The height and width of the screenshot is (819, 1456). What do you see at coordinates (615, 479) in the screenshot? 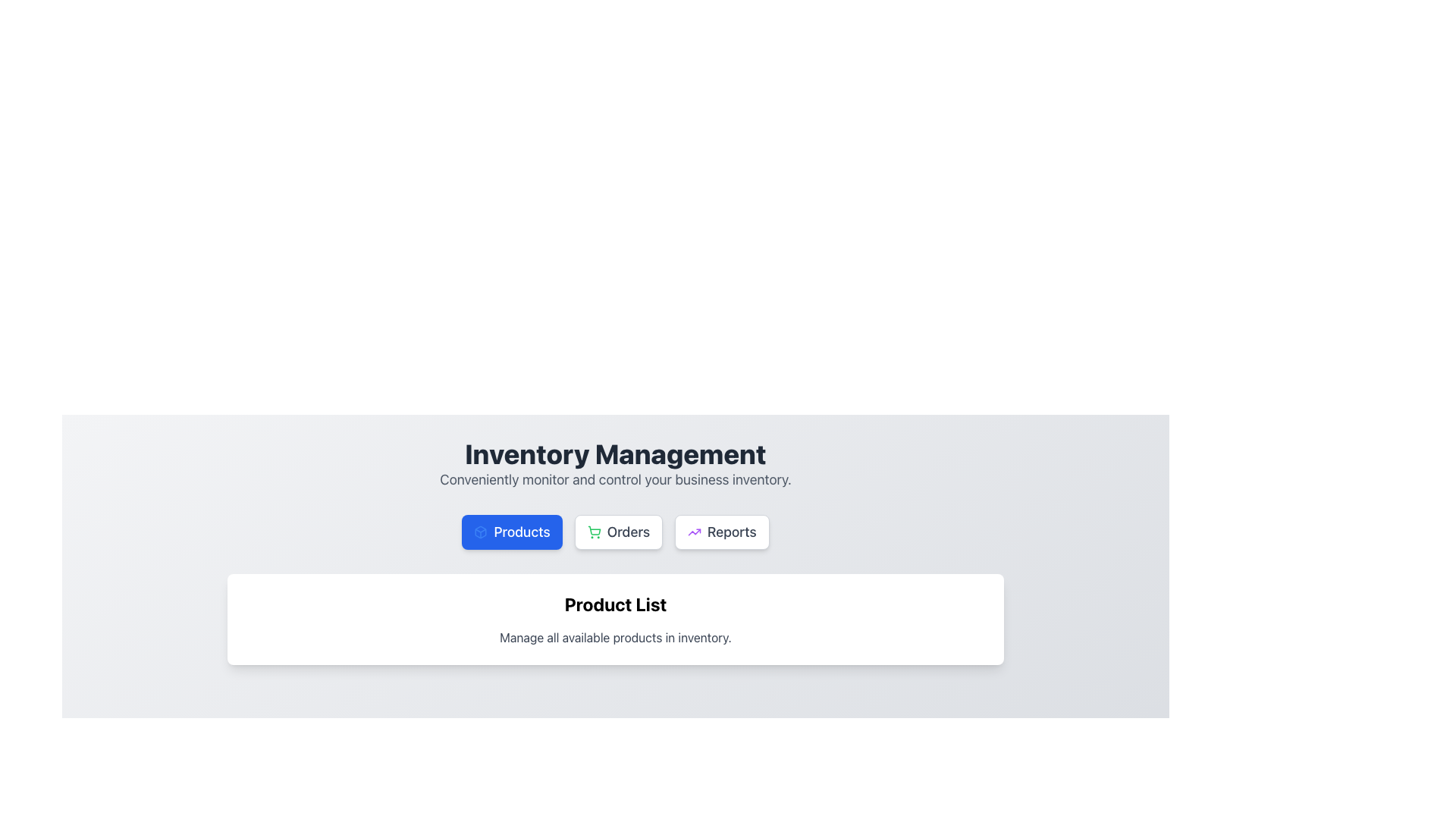
I see `the text segment displaying the phrase 'Conveniently monitor and control your business inventory.' which is located below the heading 'Inventory Management.'` at bounding box center [615, 479].